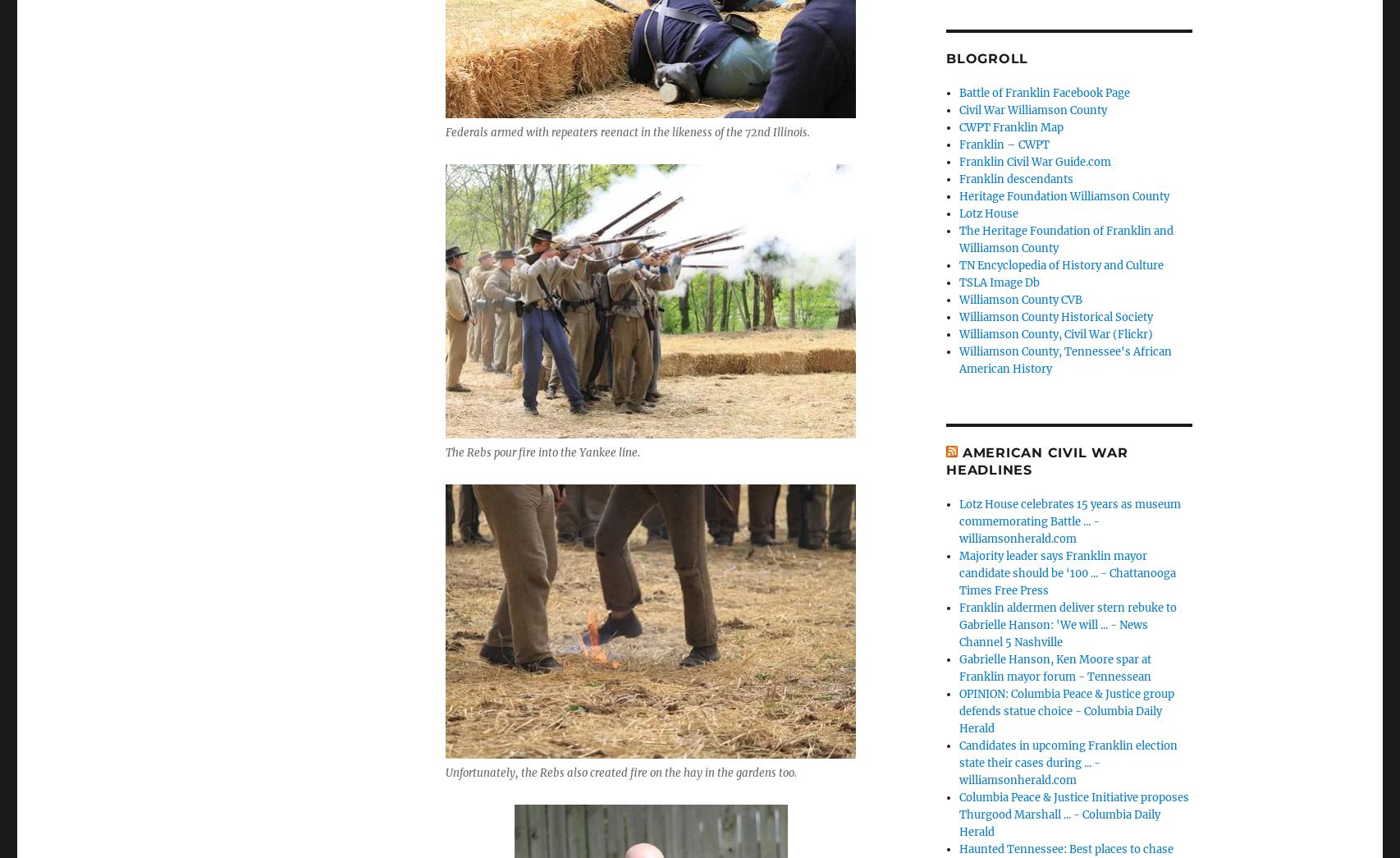  What do you see at coordinates (1021, 298) in the screenshot?
I see `'Williamson County CVB'` at bounding box center [1021, 298].